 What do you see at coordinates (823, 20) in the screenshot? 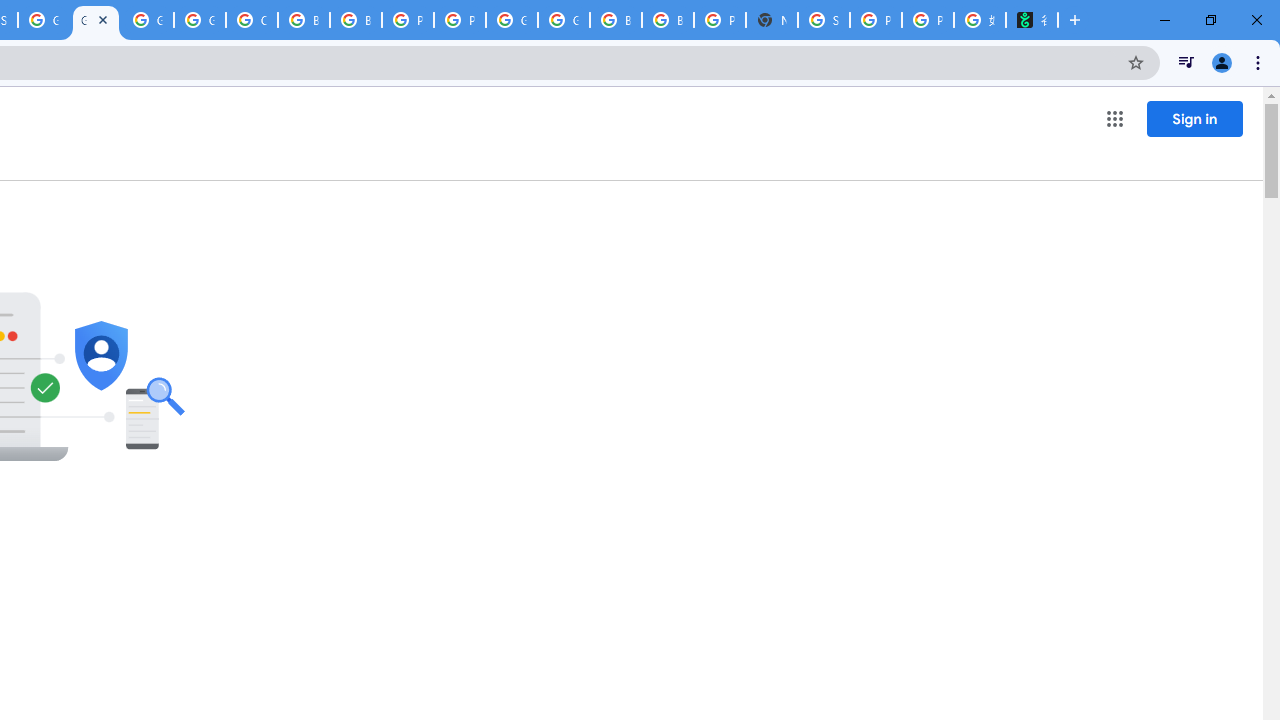
I see `'Sign in - Google Accounts'` at bounding box center [823, 20].